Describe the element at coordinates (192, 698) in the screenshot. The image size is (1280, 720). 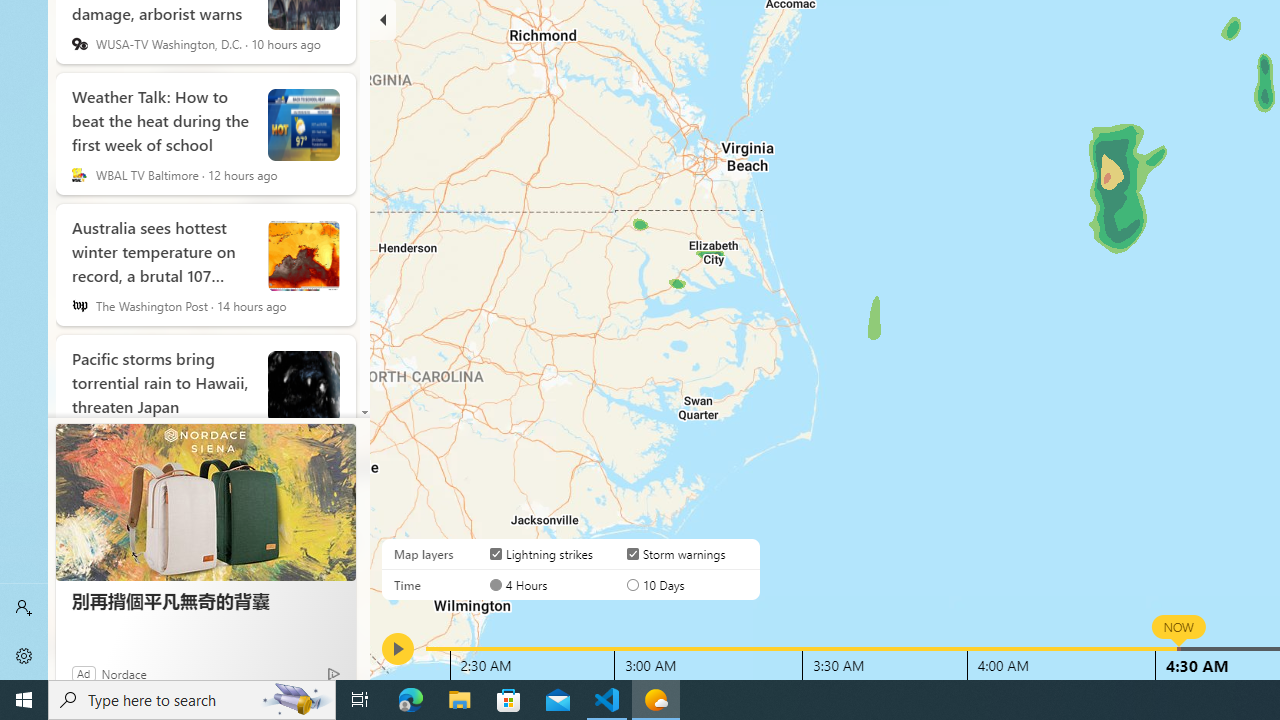
I see `'Type here to search'` at that location.